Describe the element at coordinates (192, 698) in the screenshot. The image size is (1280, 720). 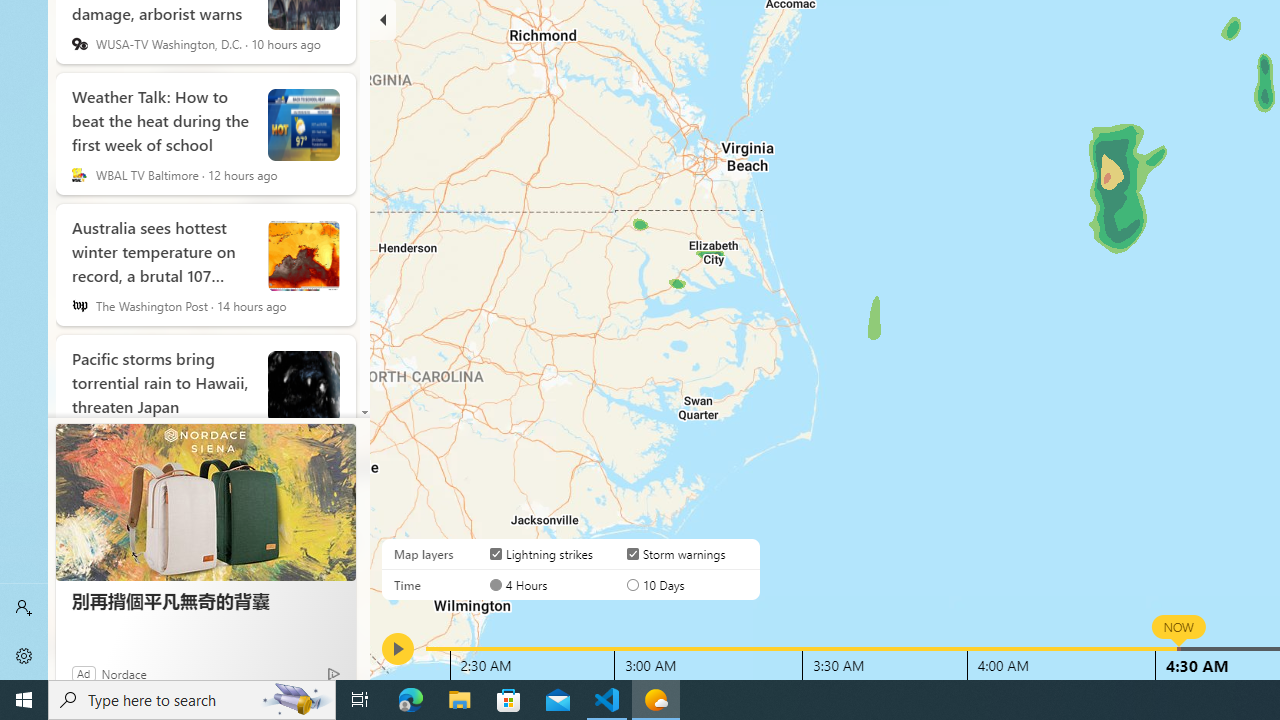
I see `'Type here to search'` at that location.